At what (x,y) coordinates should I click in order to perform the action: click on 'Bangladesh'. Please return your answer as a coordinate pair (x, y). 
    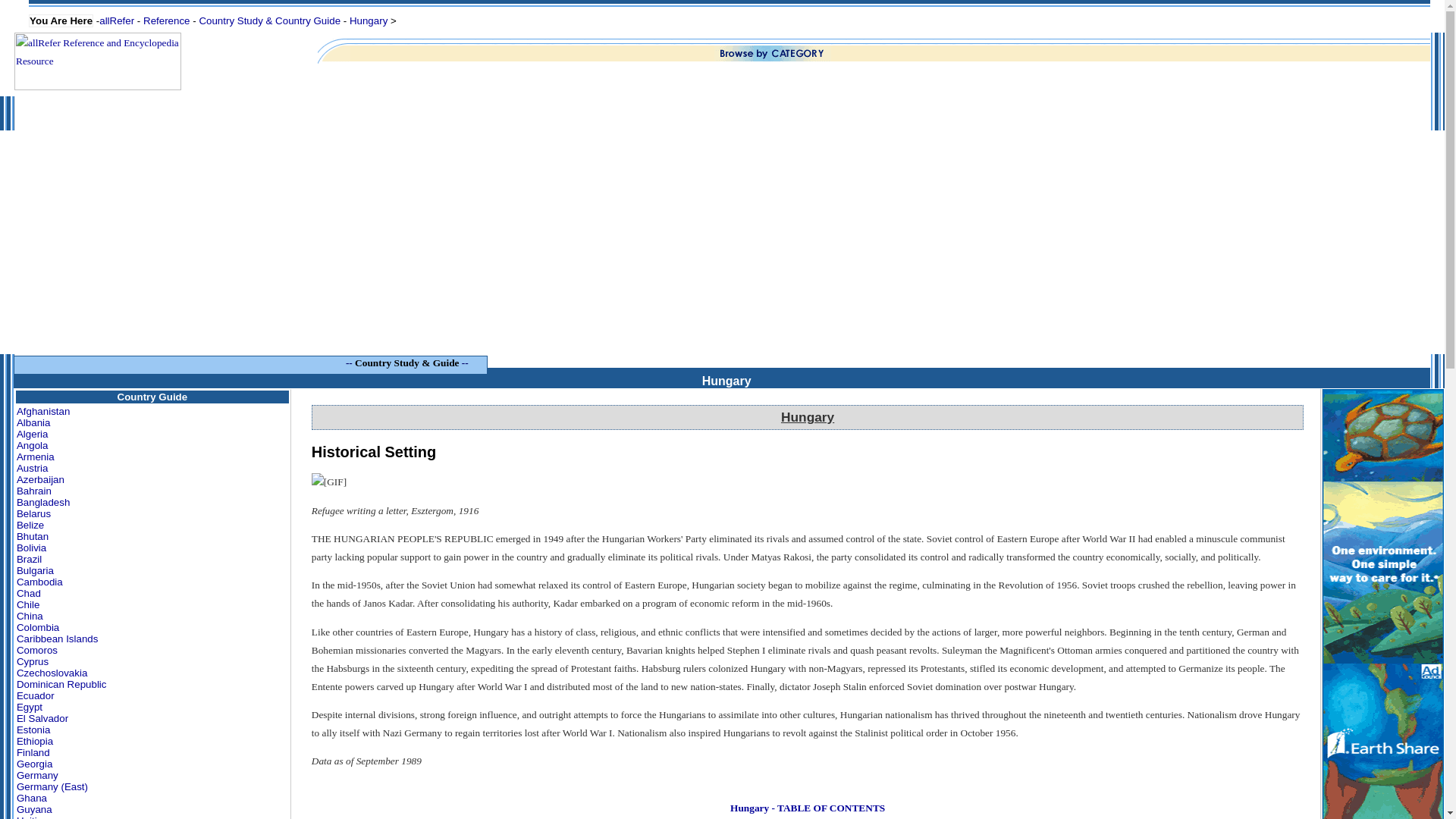
    Looking at the image, I should click on (43, 502).